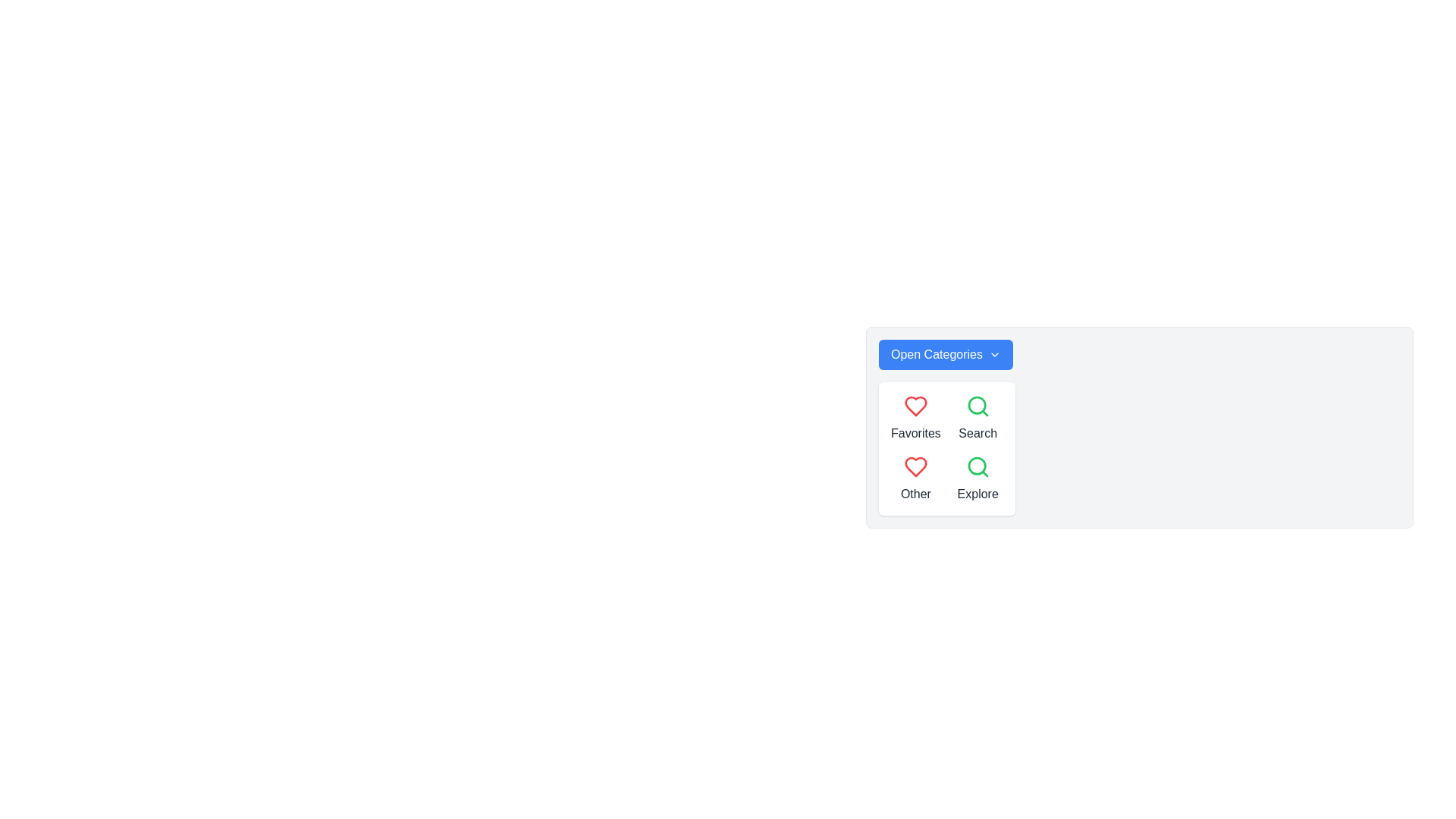 The width and height of the screenshot is (1456, 819). Describe the element at coordinates (977, 418) in the screenshot. I see `the 'Search' button located in the second column of the grid layout` at that location.